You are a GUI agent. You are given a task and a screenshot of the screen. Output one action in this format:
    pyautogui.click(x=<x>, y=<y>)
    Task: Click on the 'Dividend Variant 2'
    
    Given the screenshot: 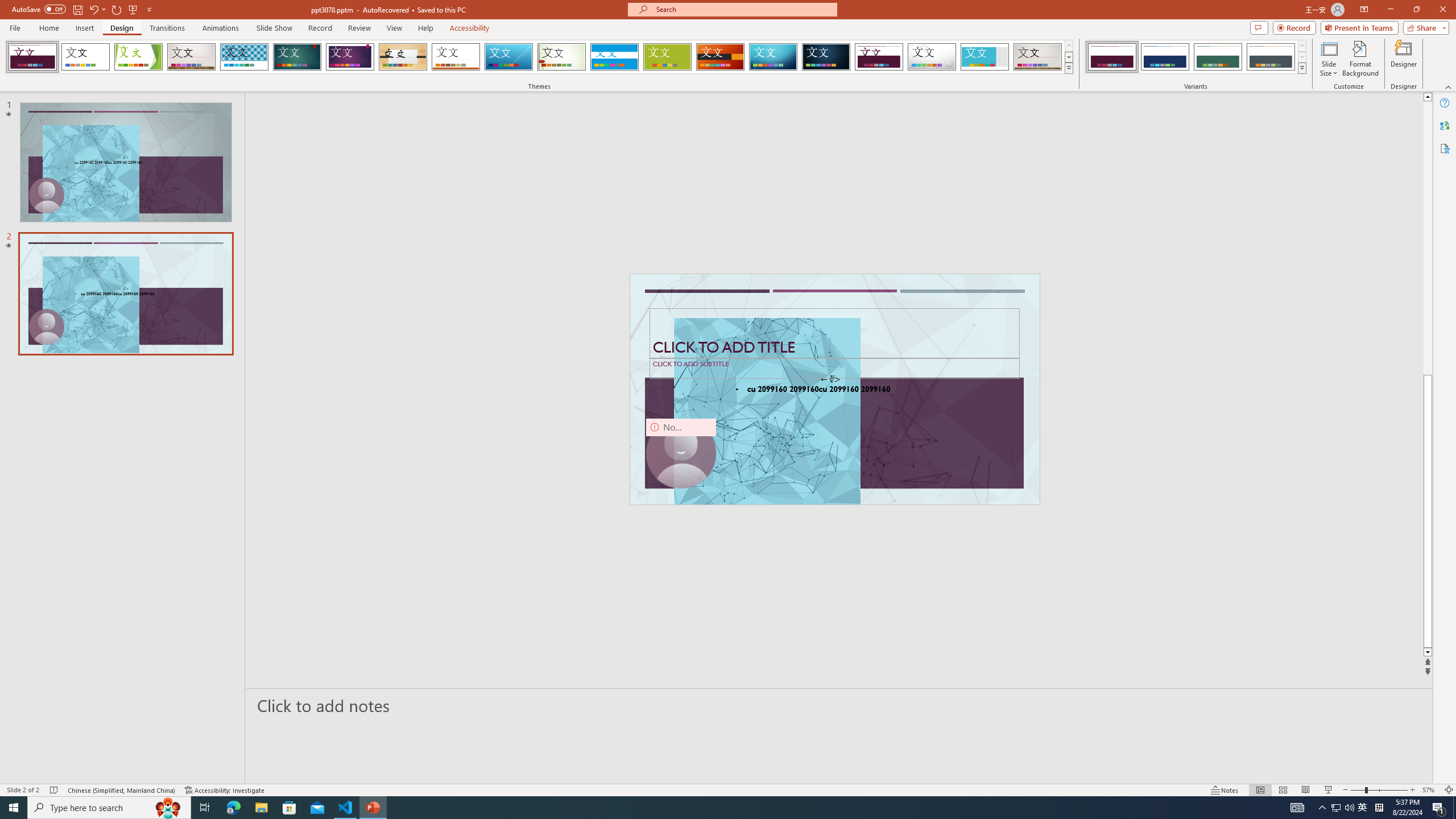 What is the action you would take?
    pyautogui.click(x=1164, y=56)
    